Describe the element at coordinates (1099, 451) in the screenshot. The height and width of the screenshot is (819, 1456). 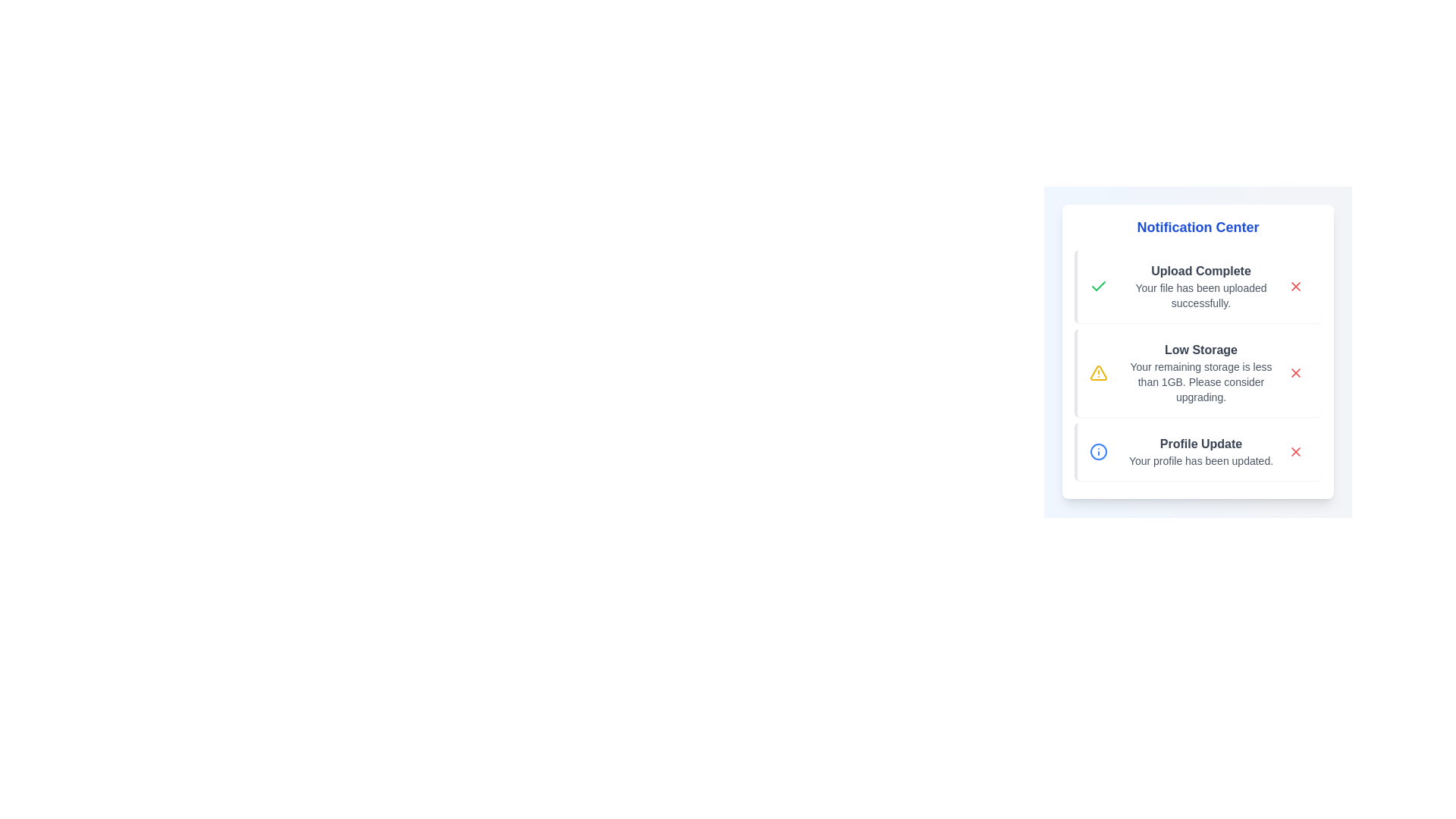
I see `the circular informational icon with a blue outline located to the left of the 'Profile Update' text in the third notification block of the notification panel` at that location.